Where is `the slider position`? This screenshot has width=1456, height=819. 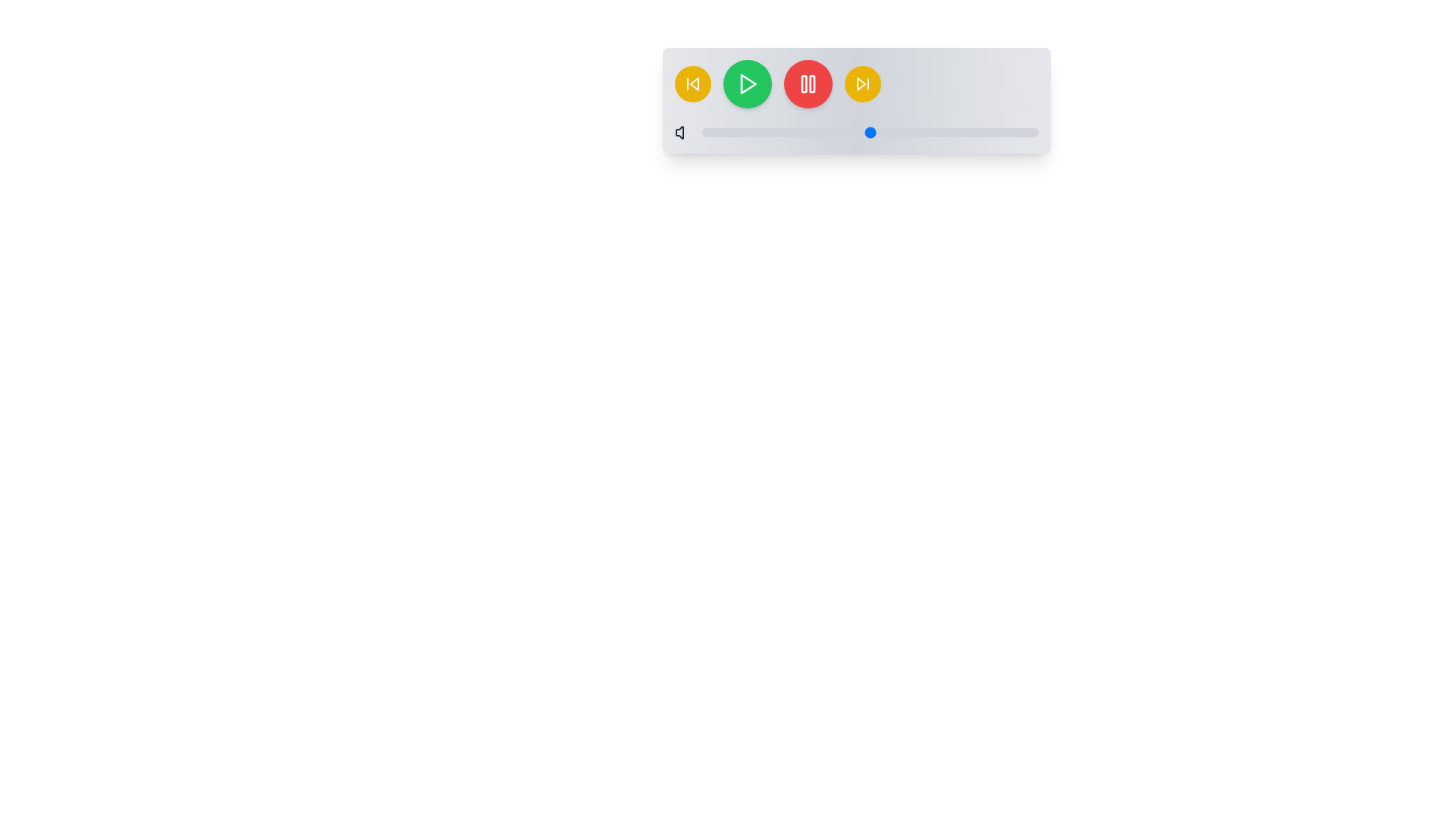 the slider position is located at coordinates (786, 131).